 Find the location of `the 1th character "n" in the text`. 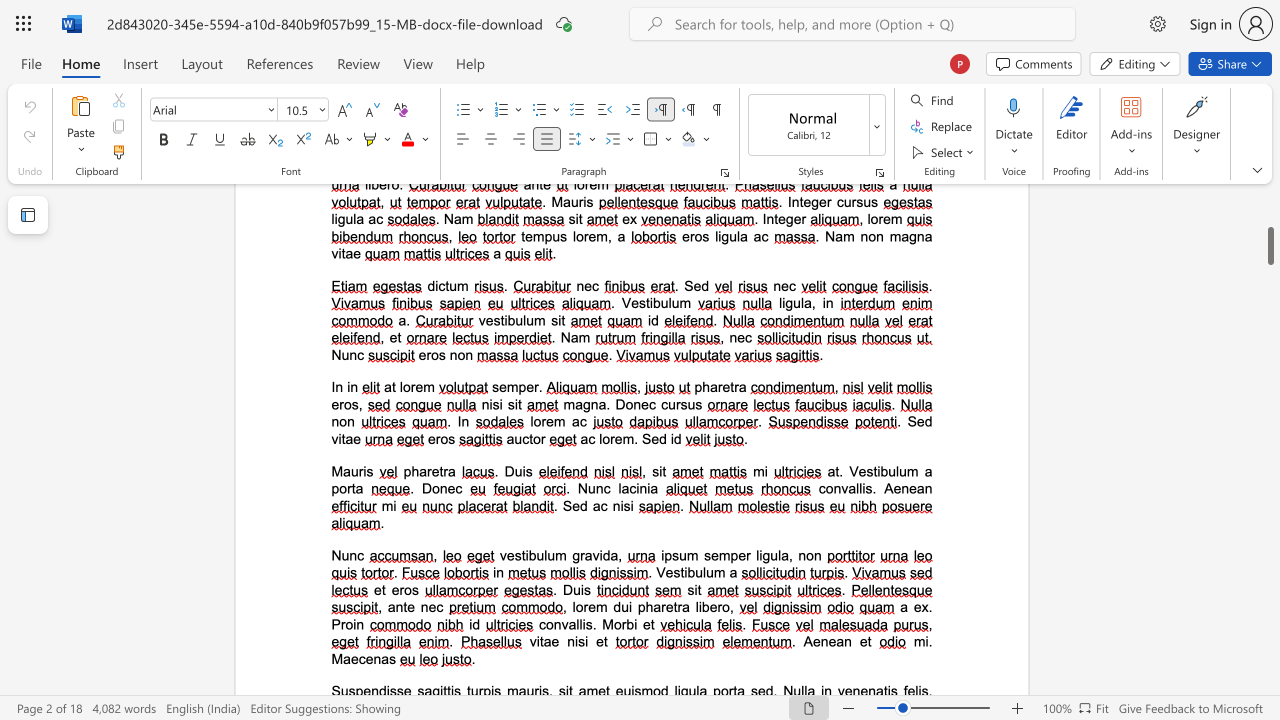

the 1th character "n" in the text is located at coordinates (837, 488).